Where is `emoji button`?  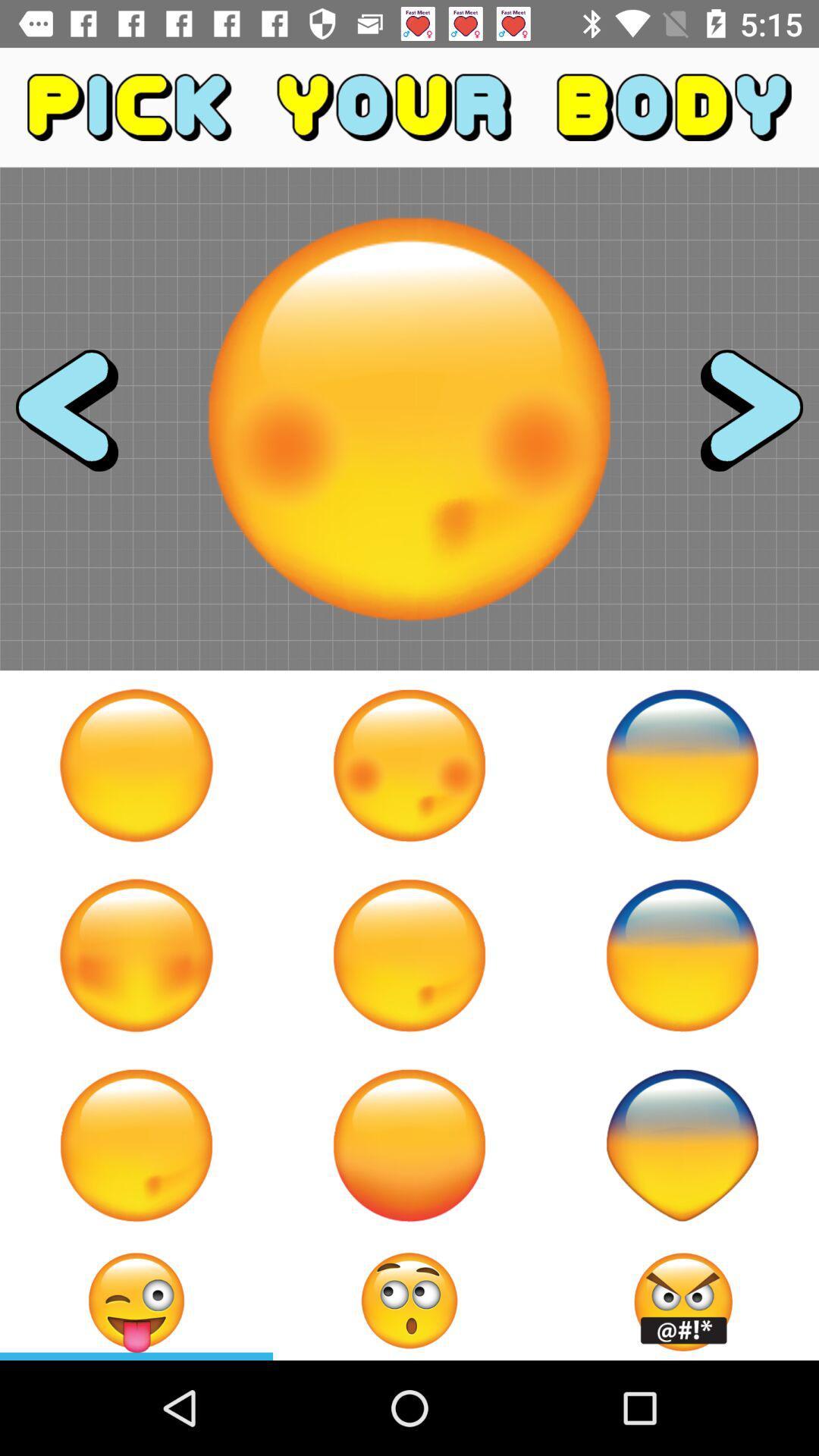 emoji button is located at coordinates (136, 1145).